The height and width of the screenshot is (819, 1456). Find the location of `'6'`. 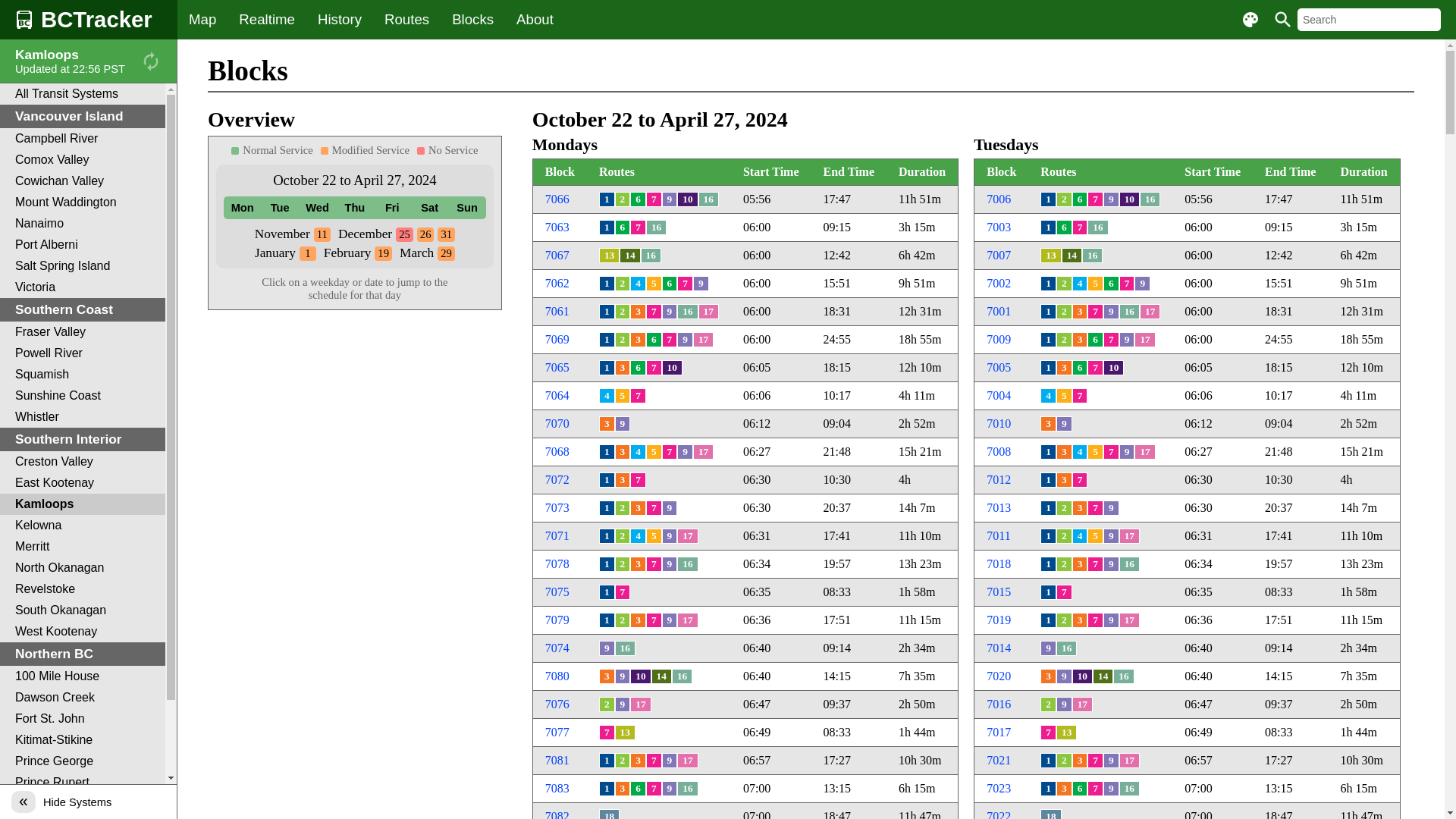

'6' is located at coordinates (654, 338).